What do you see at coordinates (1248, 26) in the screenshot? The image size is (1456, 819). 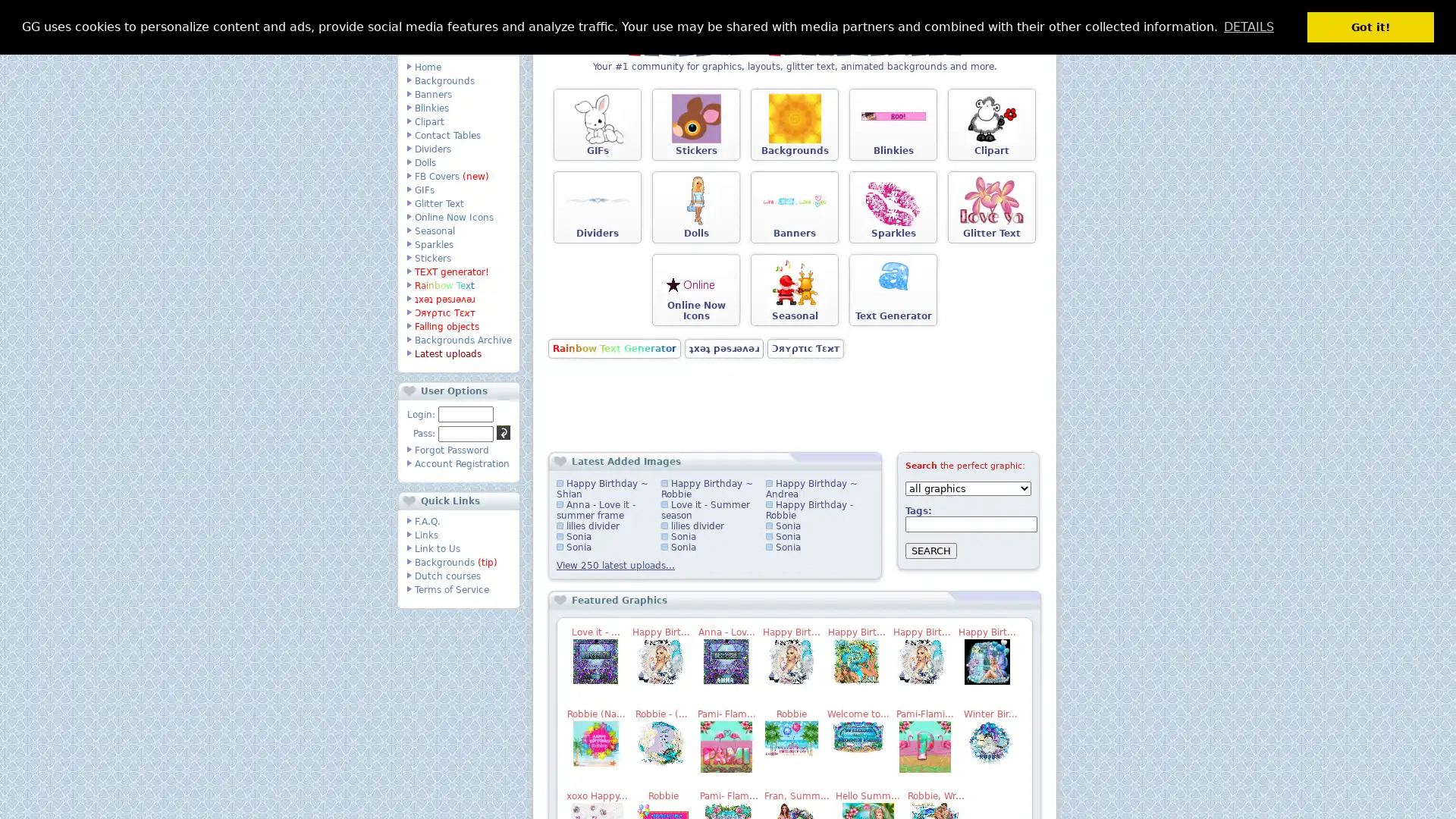 I see `learn more about cookies` at bounding box center [1248, 26].